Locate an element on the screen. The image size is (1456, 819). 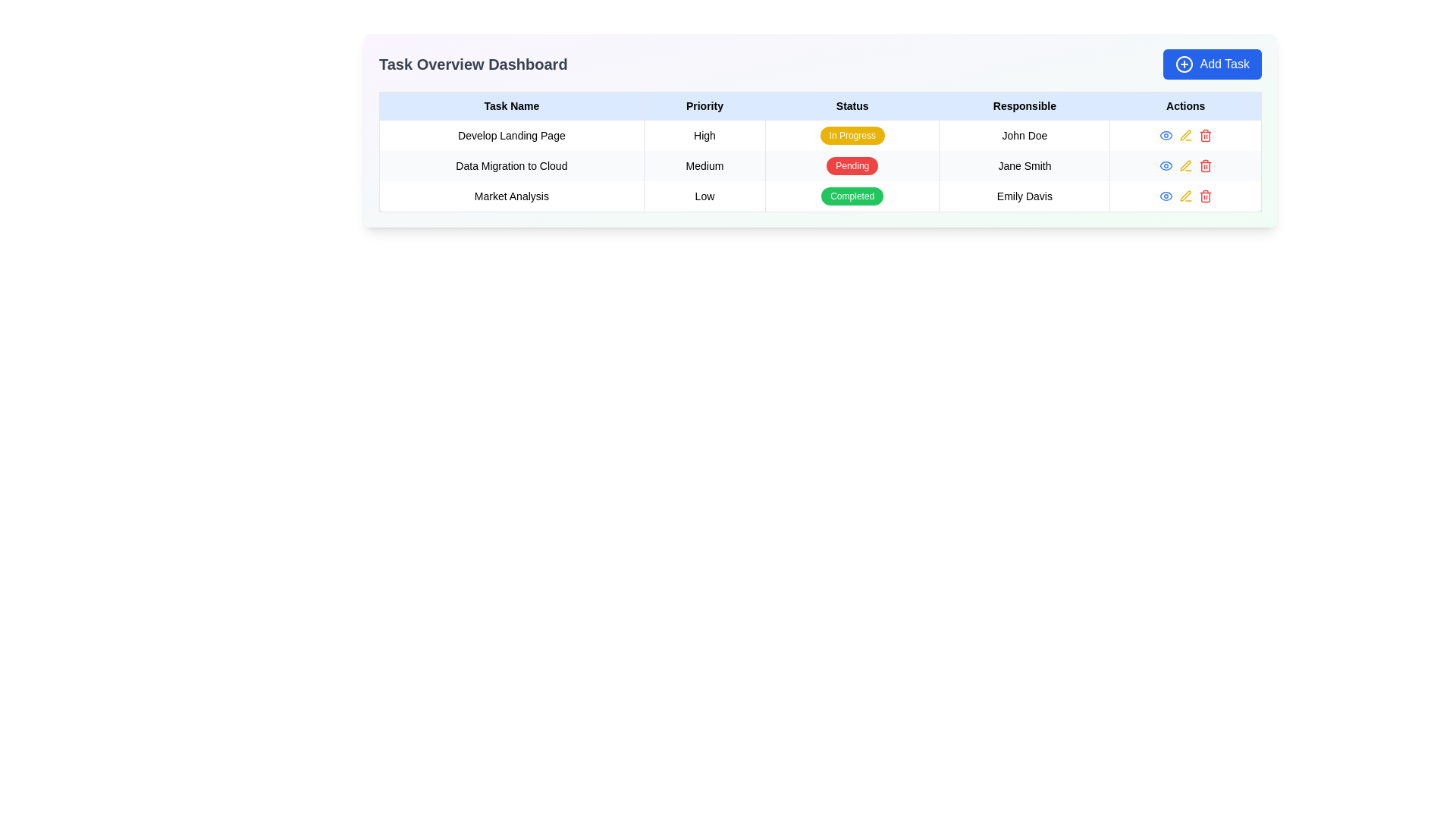
the first cell in the 'Task Name' column of the second row is located at coordinates (511, 166).